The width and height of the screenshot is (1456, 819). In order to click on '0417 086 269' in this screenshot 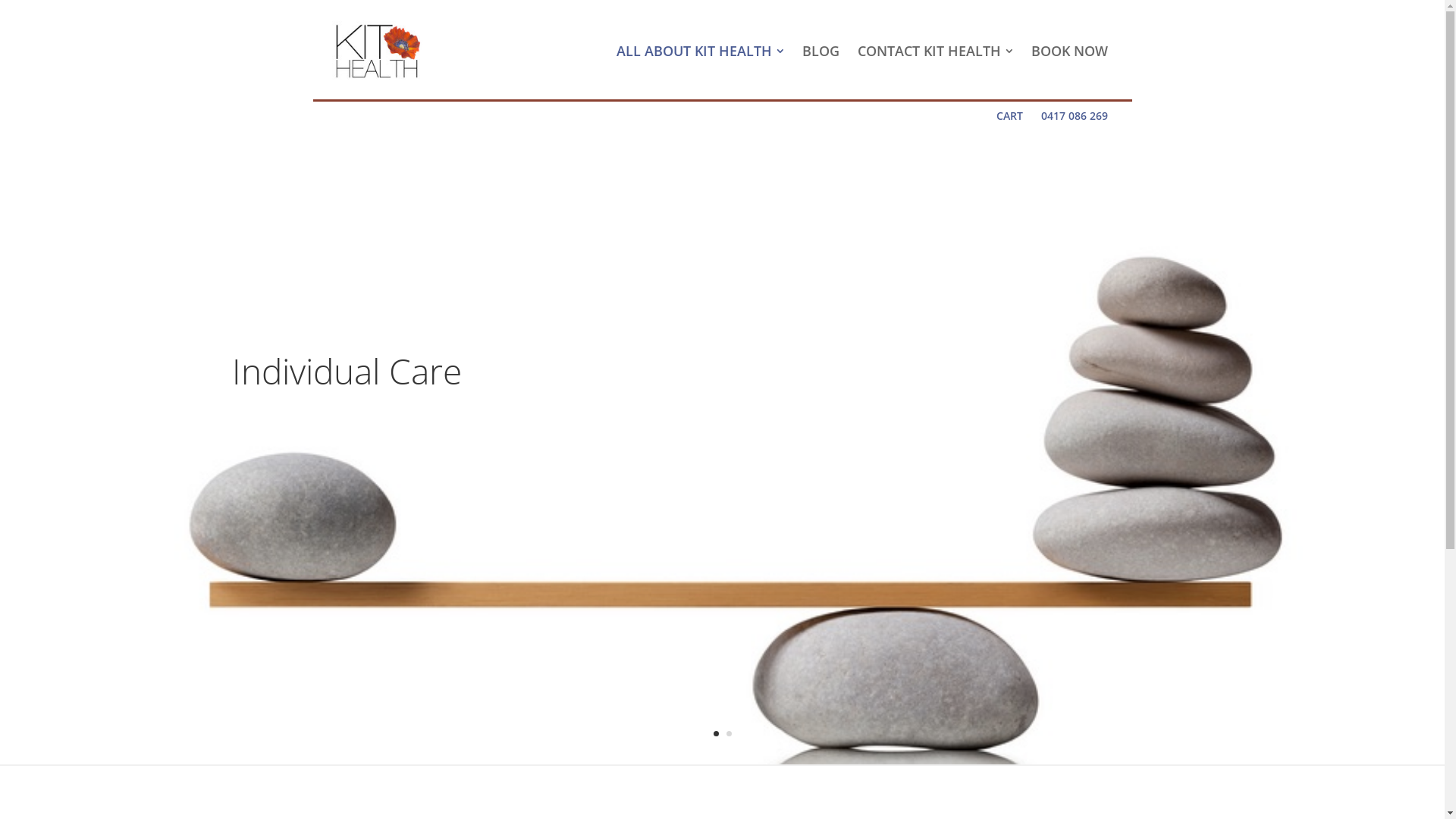, I will do `click(1073, 115)`.